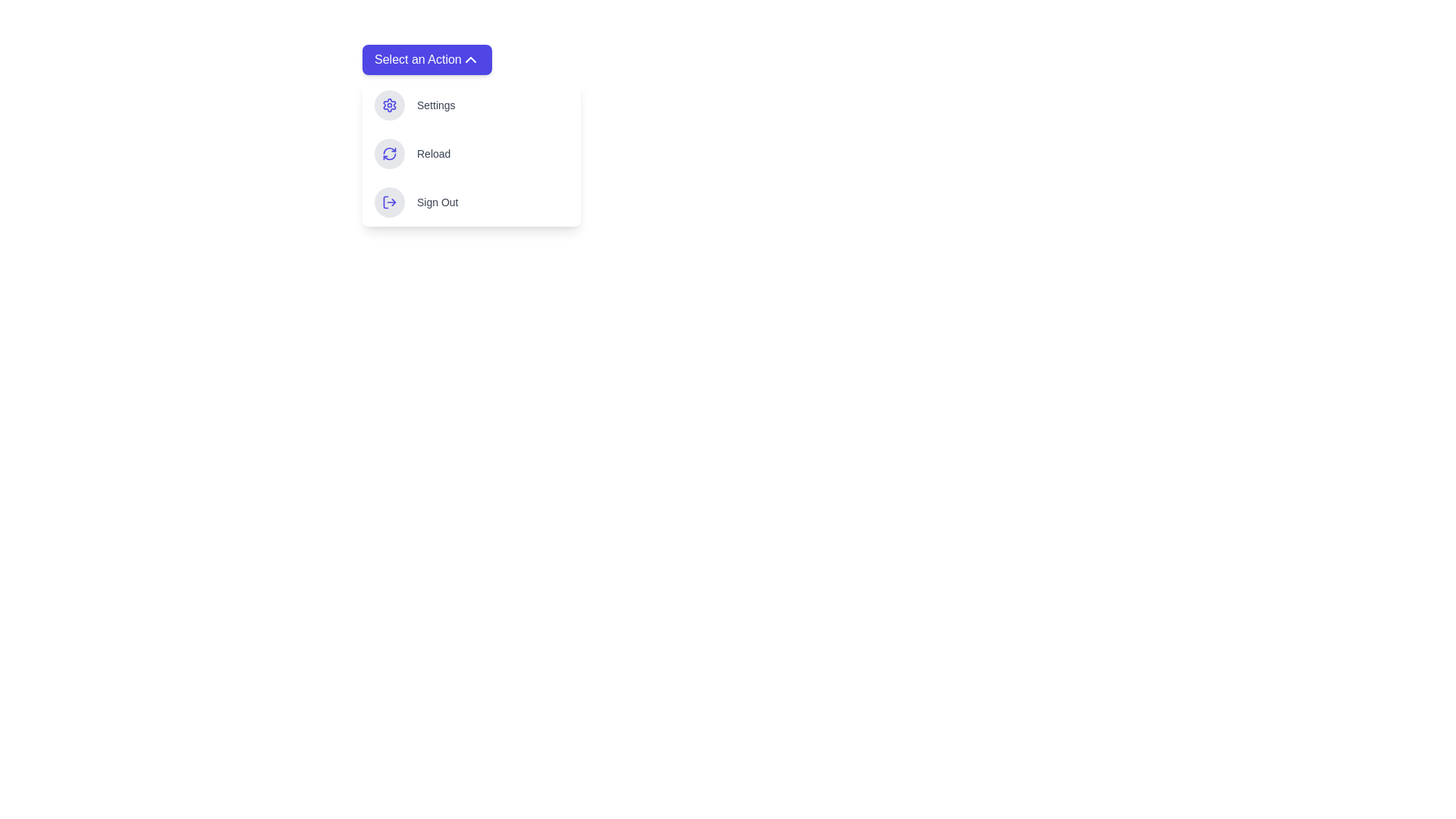 The image size is (1456, 819). Describe the element at coordinates (471, 154) in the screenshot. I see `the 'Reload' button located in the middle of the menu, which is the second option in a vertical list of three options: 'Settings', 'Reload', and 'Sign Out'` at that location.